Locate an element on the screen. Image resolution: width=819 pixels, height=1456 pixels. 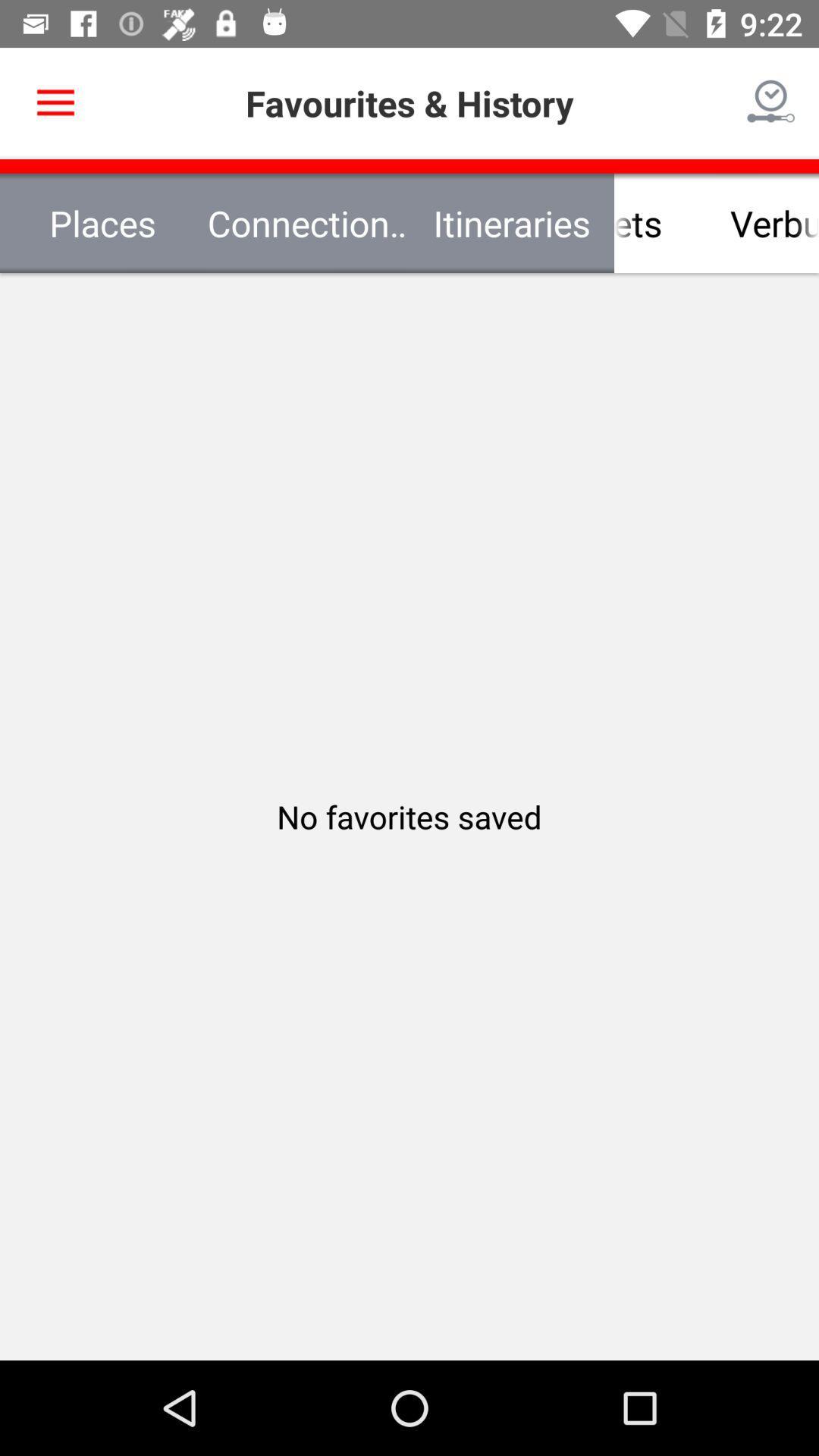
verbundtickets item is located at coordinates (717, 222).